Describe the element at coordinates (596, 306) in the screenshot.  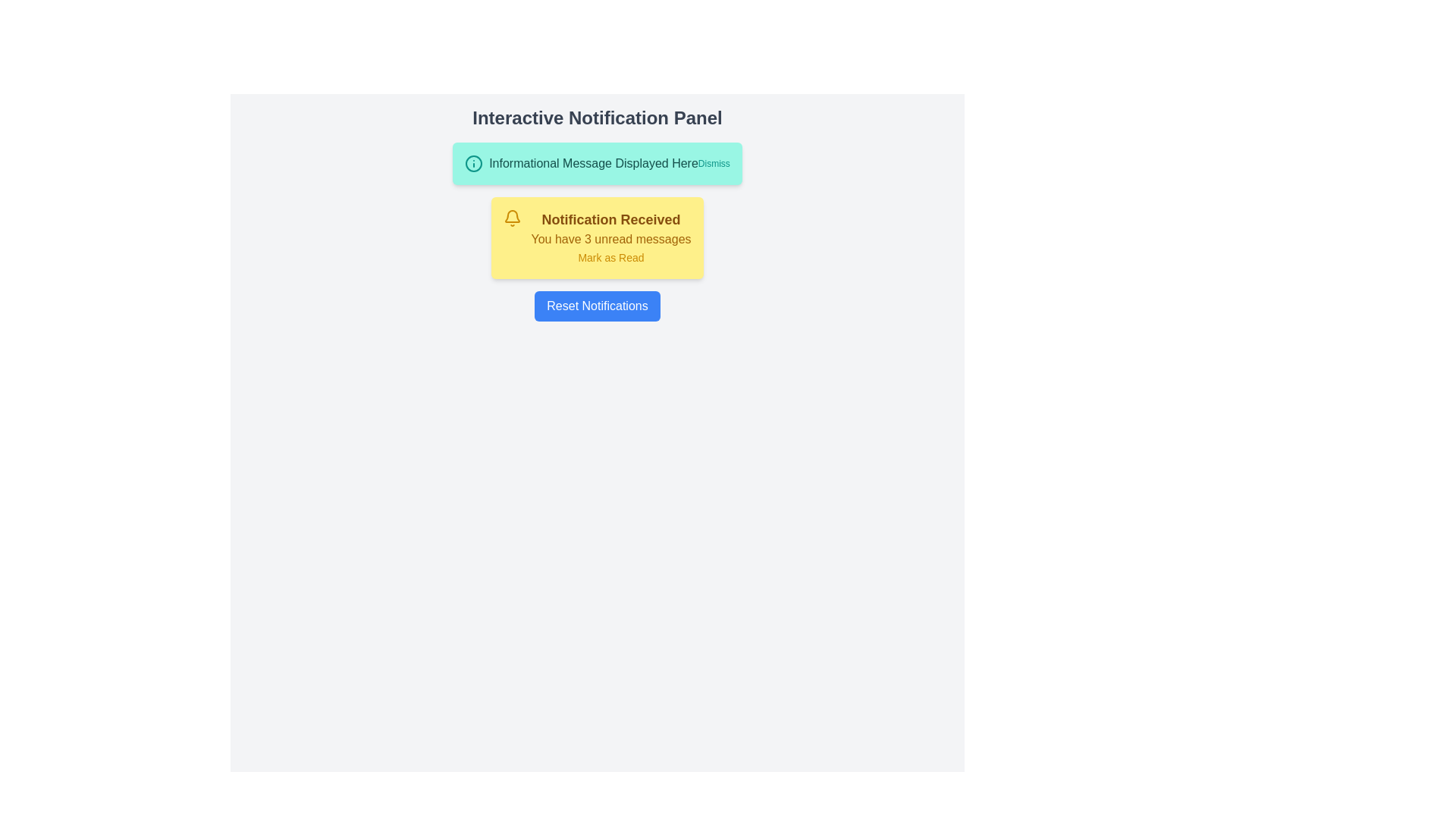
I see `the reset button located at the bottom of the 'Interactive Notification Panel' to observe the hover effect` at that location.